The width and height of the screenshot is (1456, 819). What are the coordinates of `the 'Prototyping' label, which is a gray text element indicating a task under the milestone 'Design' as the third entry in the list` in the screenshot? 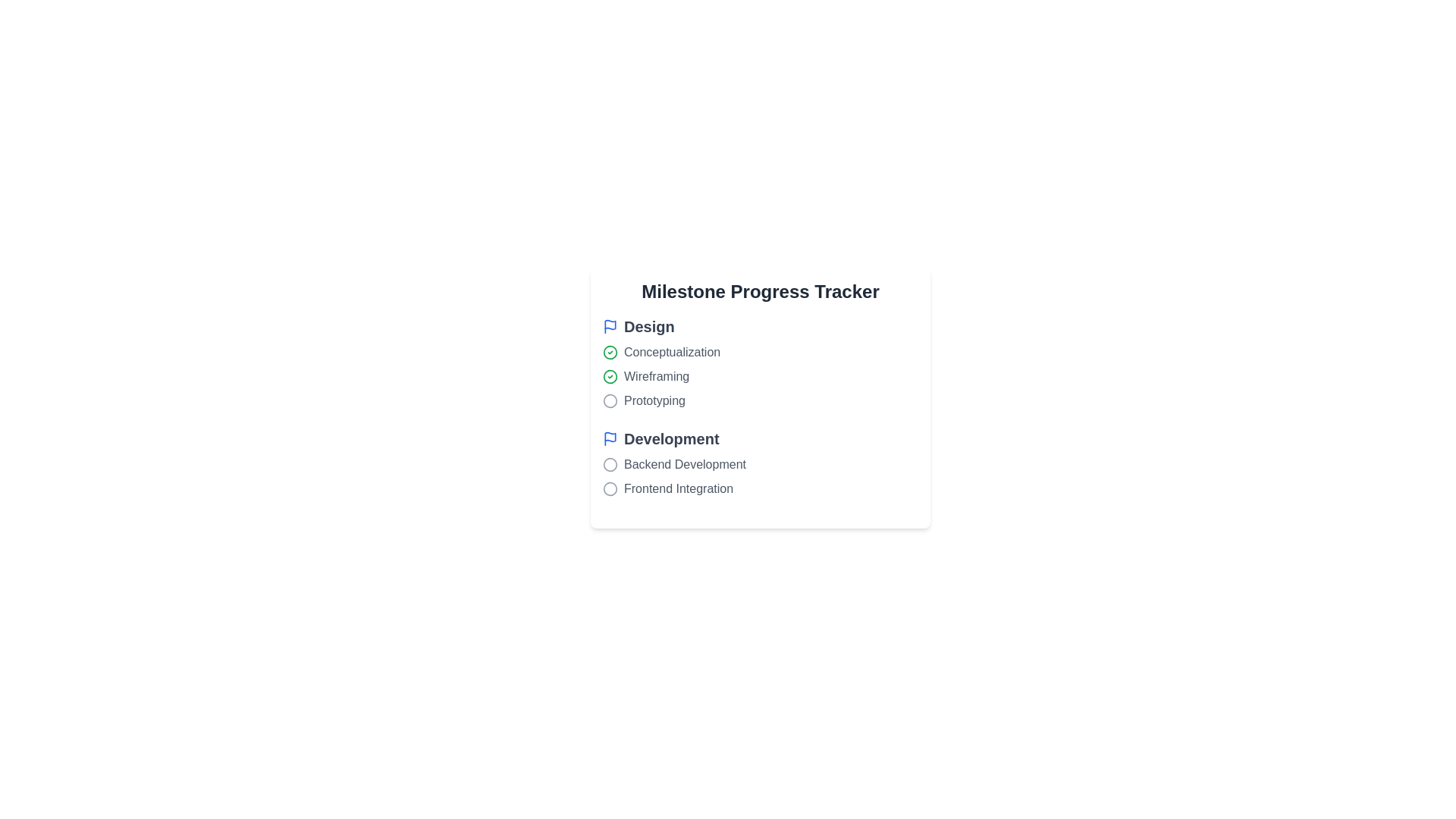 It's located at (654, 400).